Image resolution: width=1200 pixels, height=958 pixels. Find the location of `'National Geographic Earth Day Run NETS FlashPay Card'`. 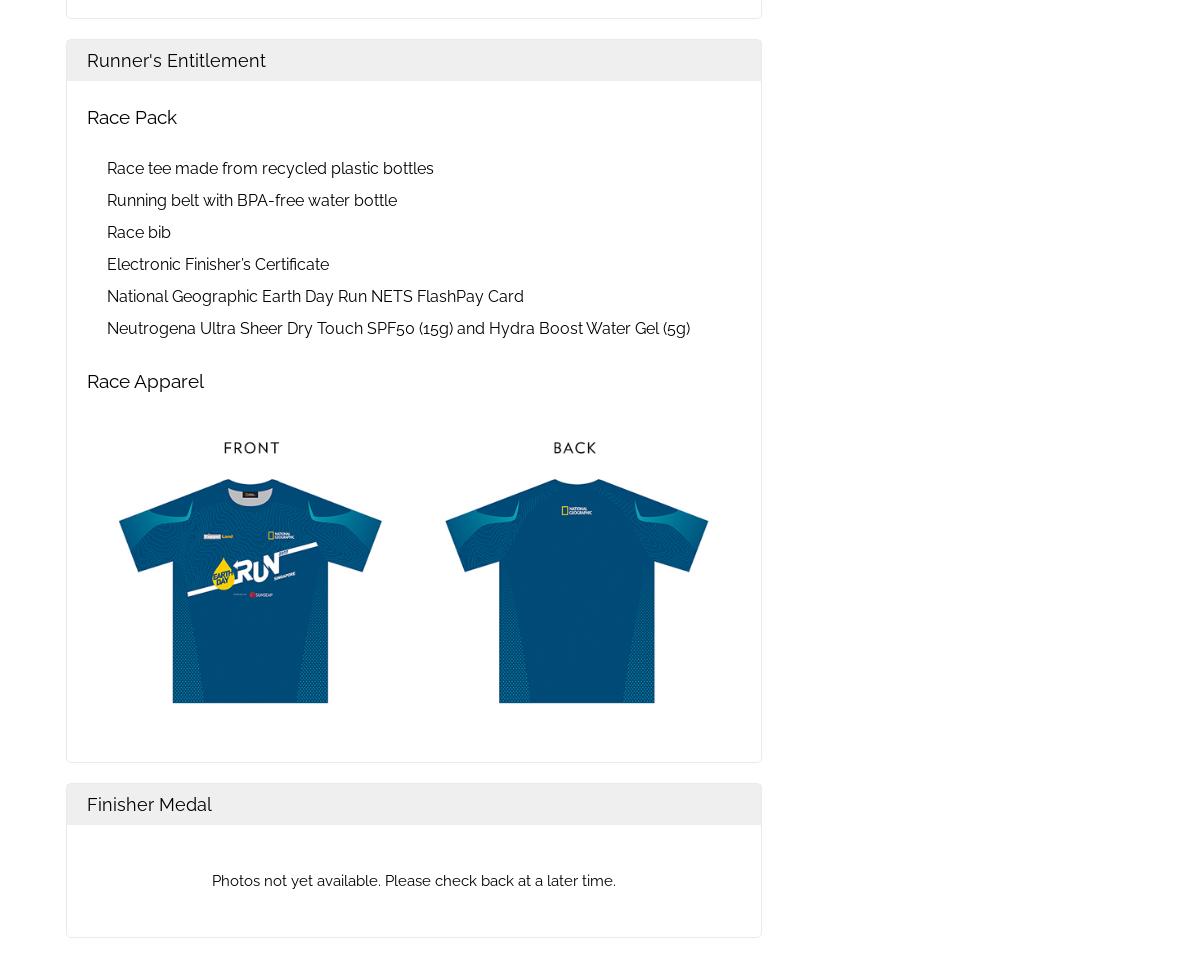

'National Geographic Earth Day Run NETS FlashPay Card' is located at coordinates (315, 296).